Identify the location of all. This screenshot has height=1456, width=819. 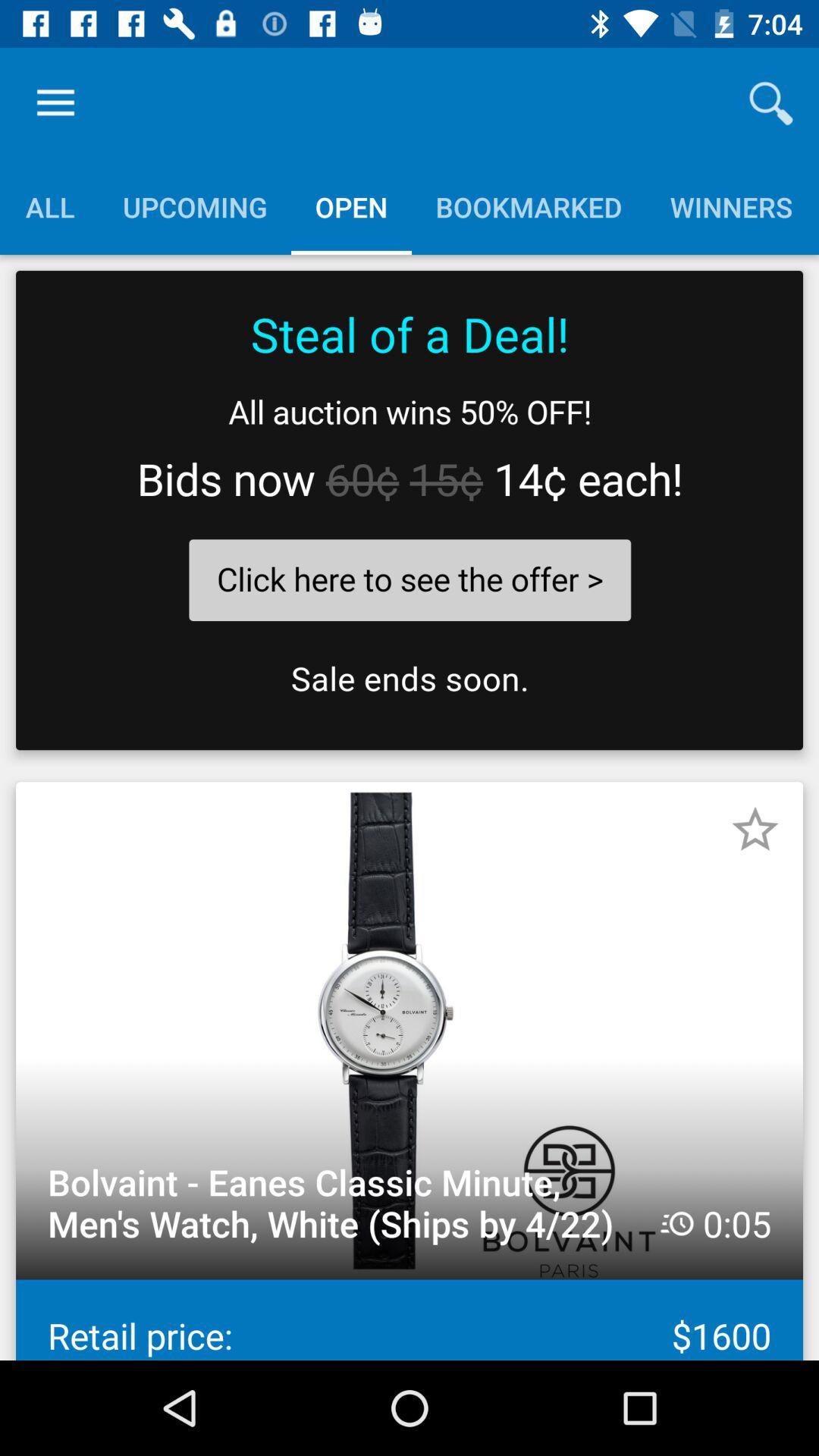
(49, 206).